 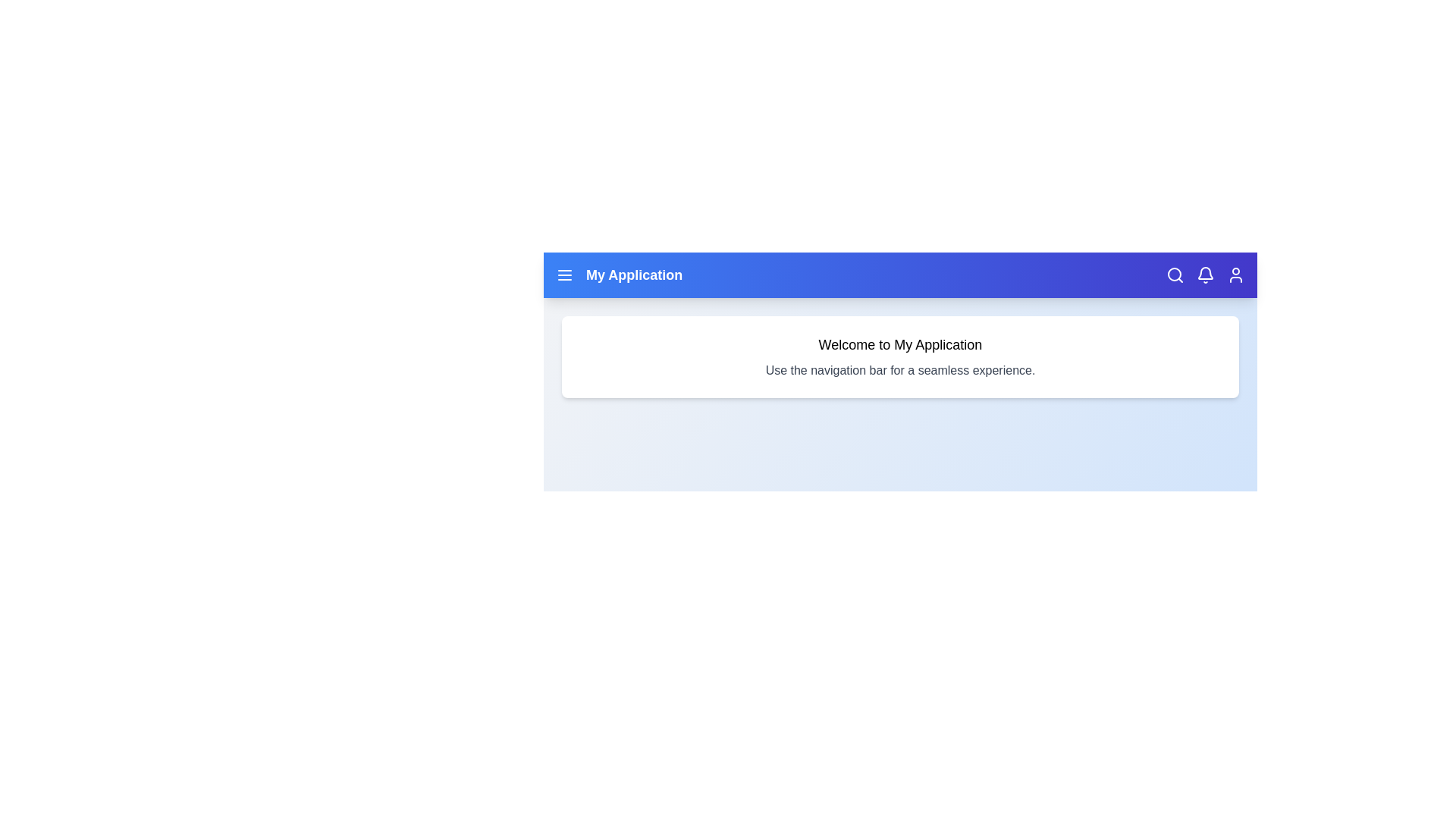 I want to click on the welcome message text to select it, so click(x=900, y=345).